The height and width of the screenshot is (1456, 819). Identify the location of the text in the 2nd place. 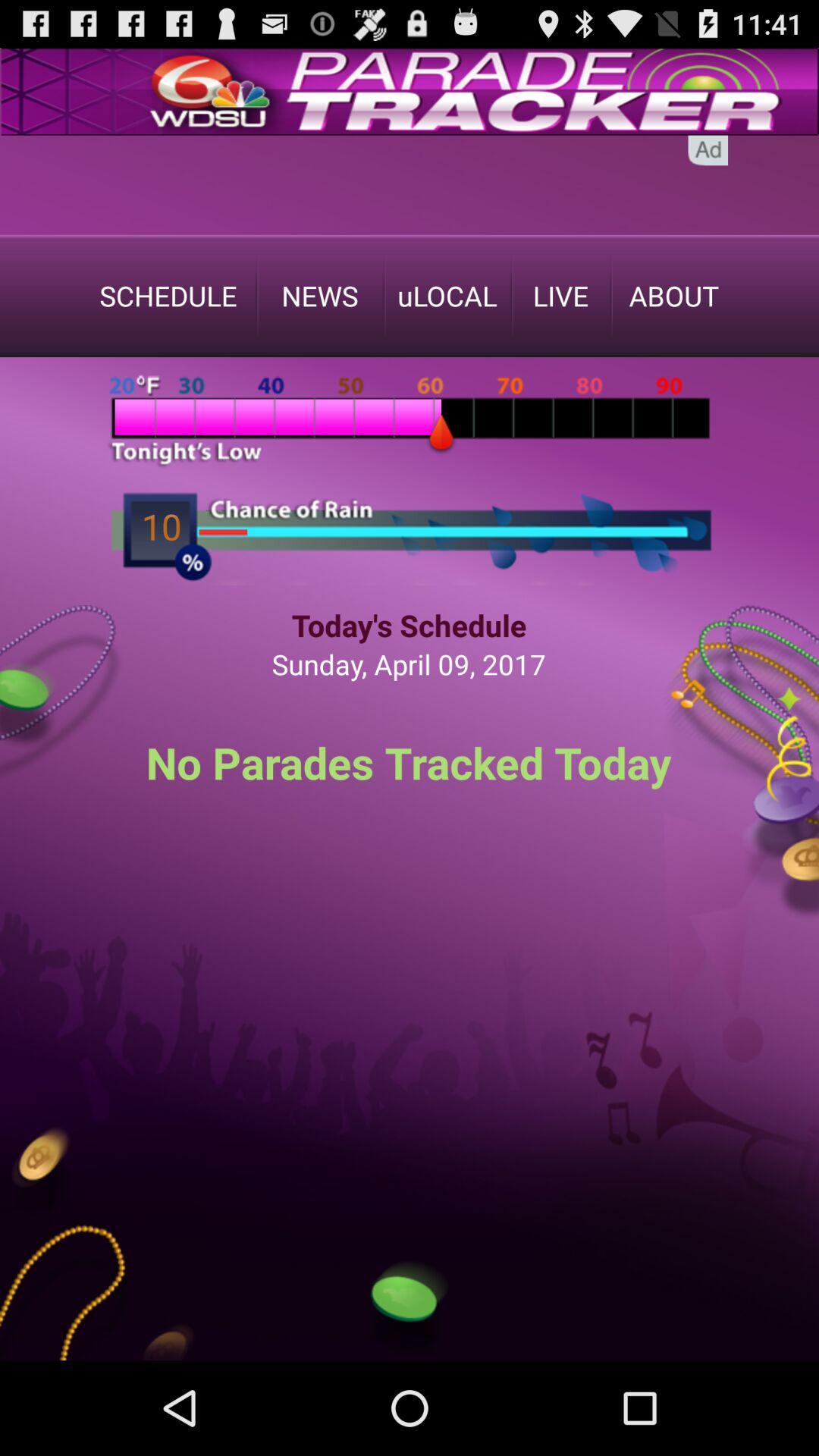
(318, 295).